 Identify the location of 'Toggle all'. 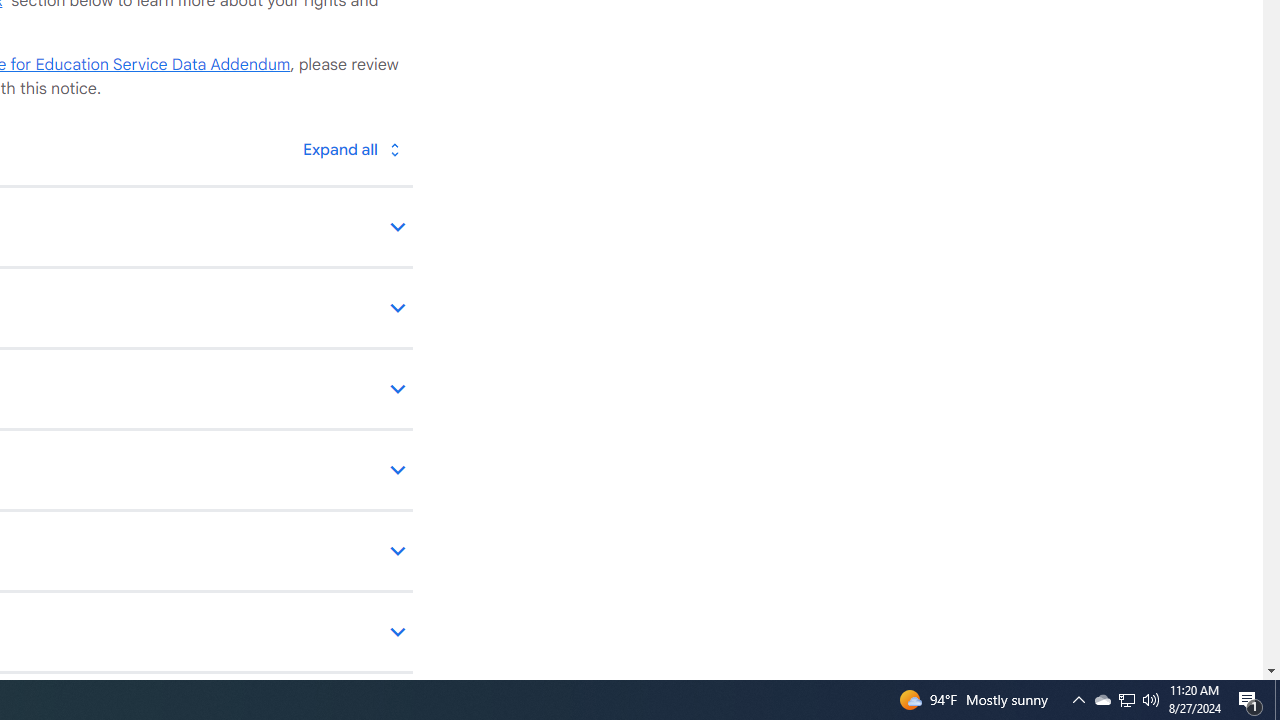
(351, 148).